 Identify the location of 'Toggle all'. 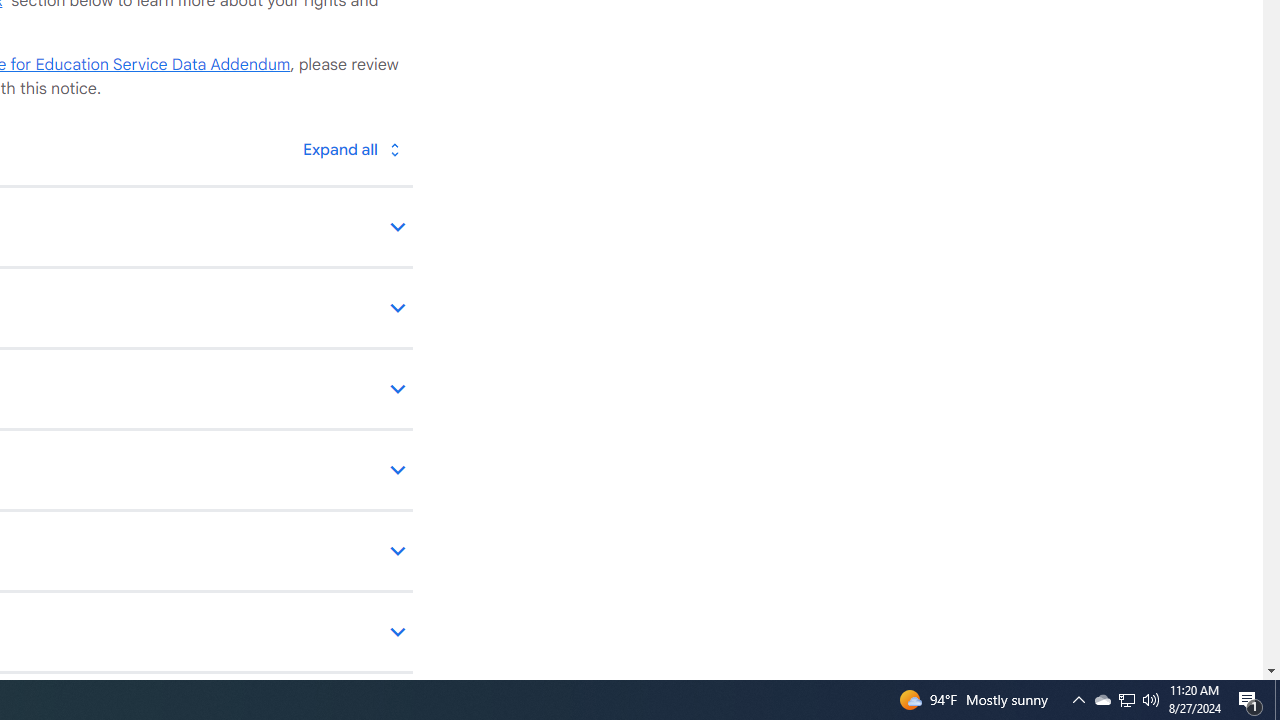
(351, 148).